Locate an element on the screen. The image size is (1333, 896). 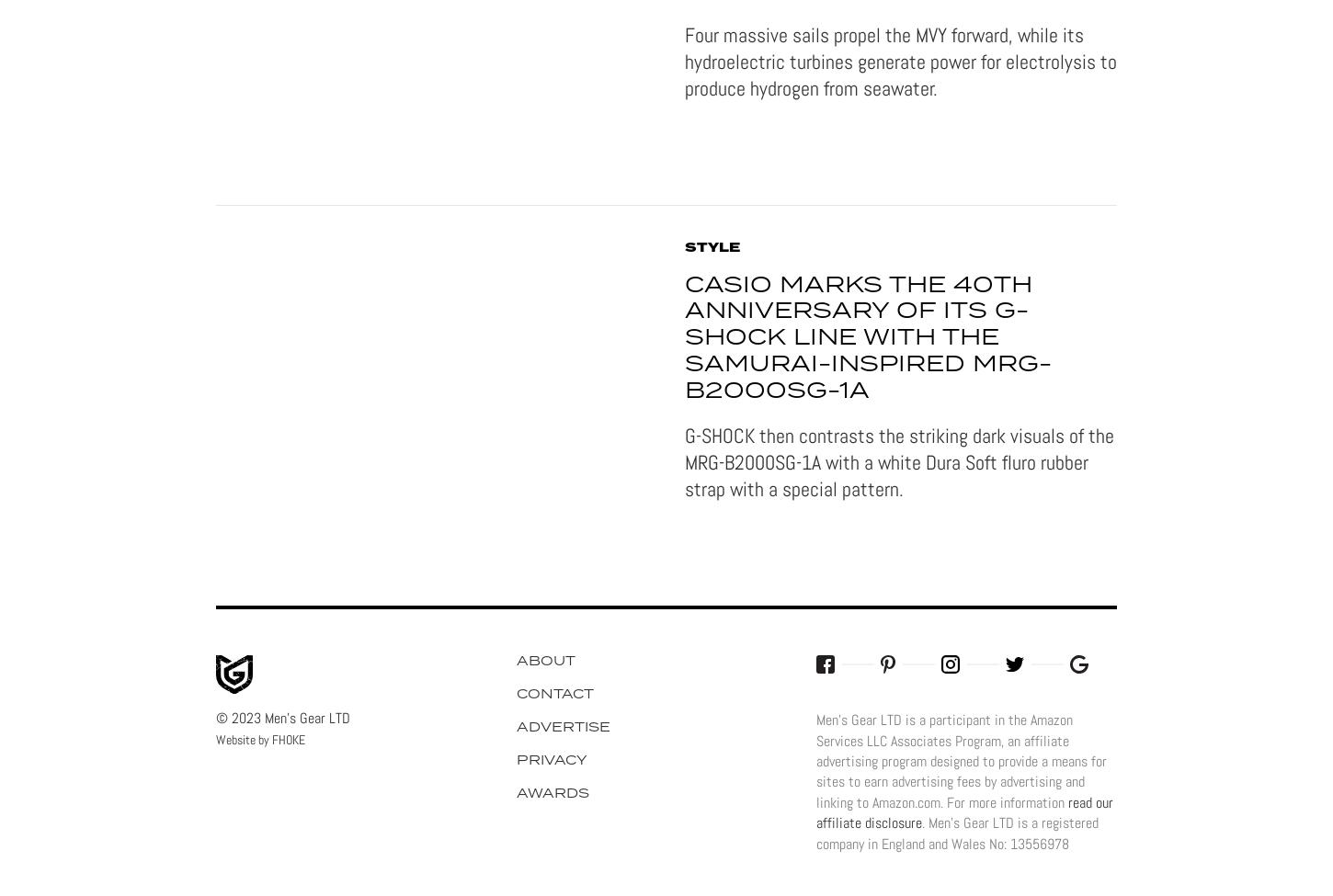
'Four massive sails propel the MVY forward, while its hydroelectric turbines generate power for electrolysis to produce hydrogen from seawater.' is located at coordinates (901, 61).